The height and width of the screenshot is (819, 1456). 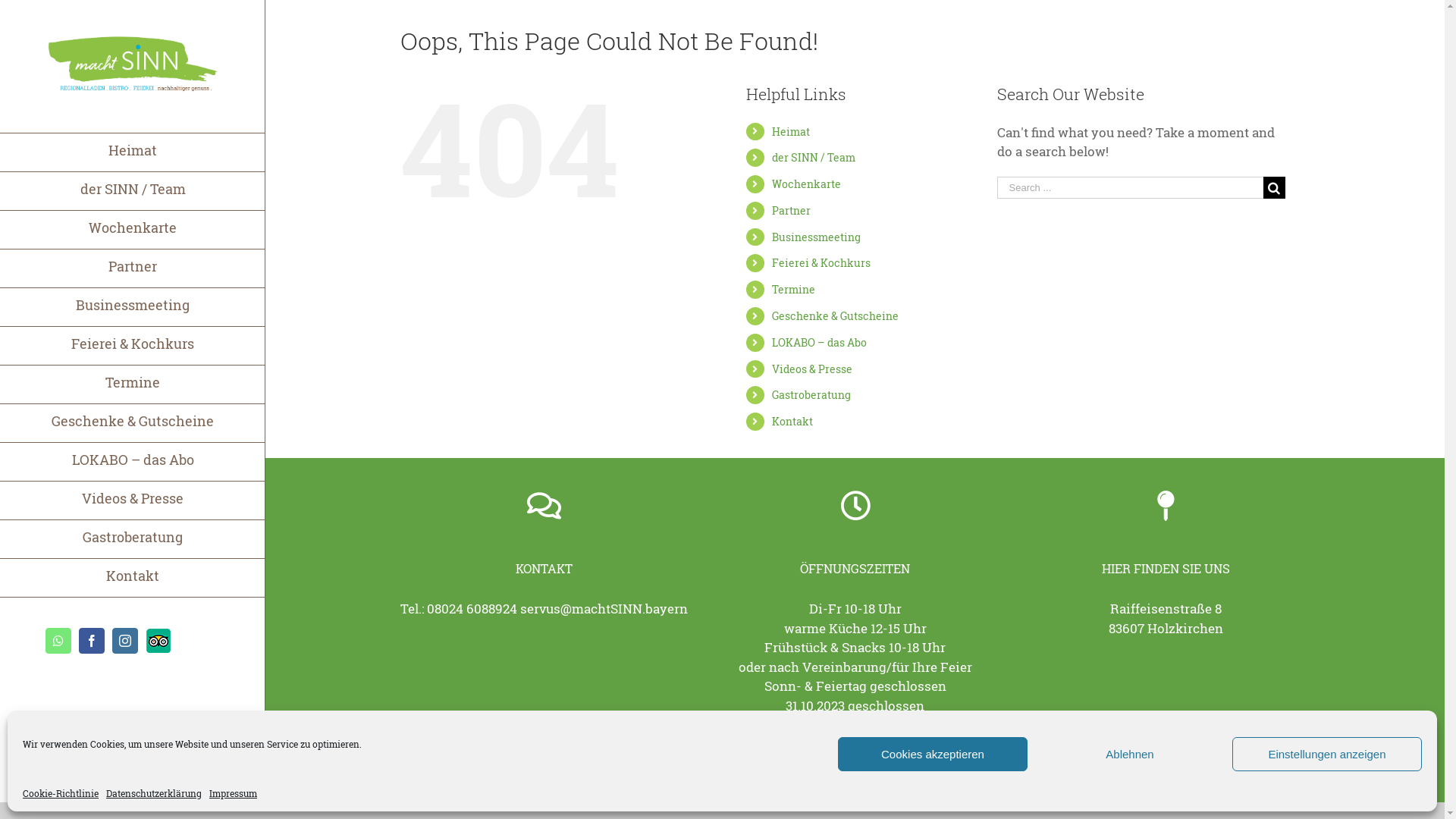 What do you see at coordinates (1129, 754) in the screenshot?
I see `'Ablehnen'` at bounding box center [1129, 754].